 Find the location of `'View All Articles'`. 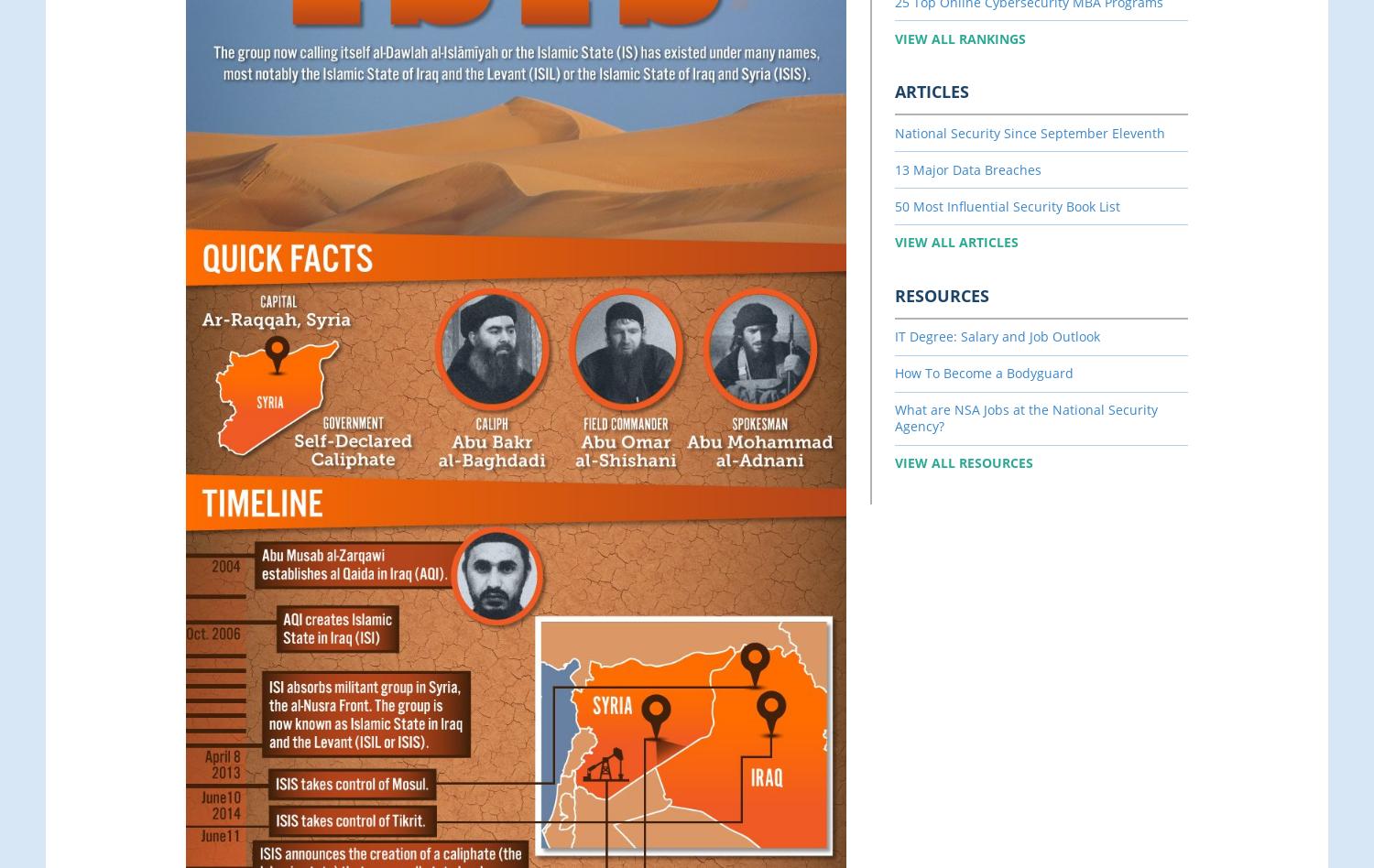

'View All Articles' is located at coordinates (956, 242).